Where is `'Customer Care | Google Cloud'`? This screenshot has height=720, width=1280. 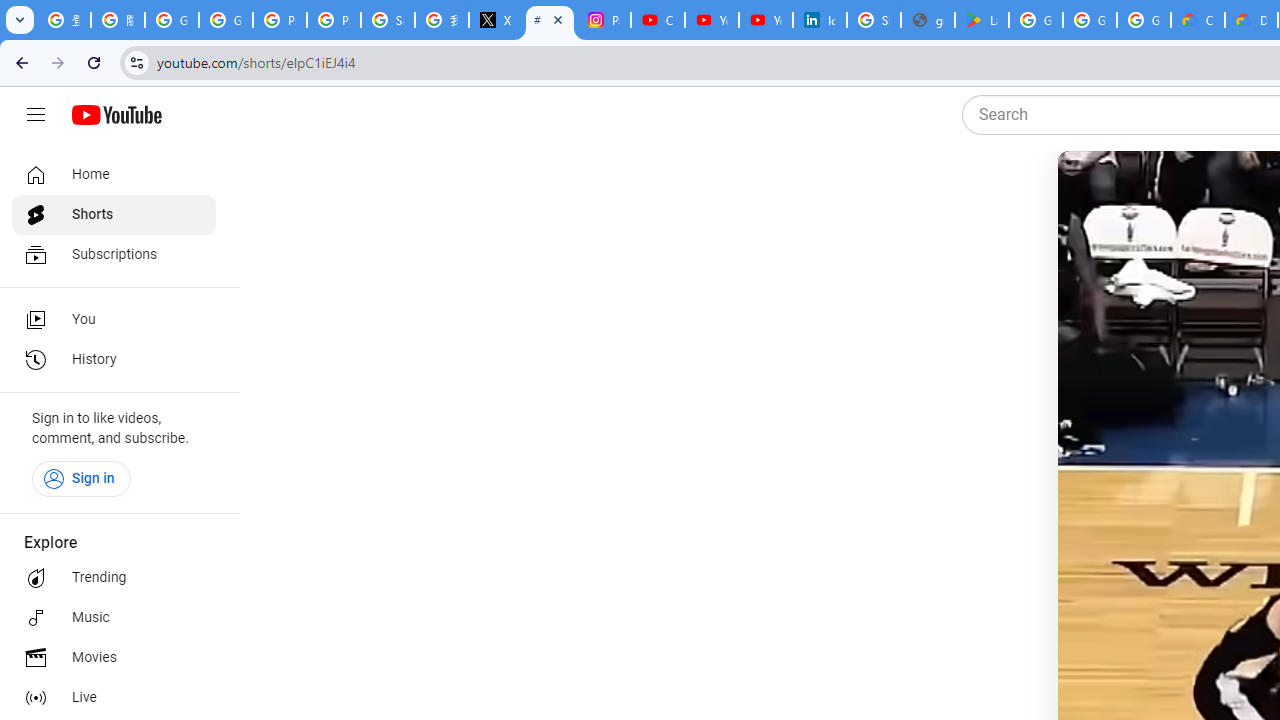 'Customer Care | Google Cloud' is located at coordinates (1198, 20).